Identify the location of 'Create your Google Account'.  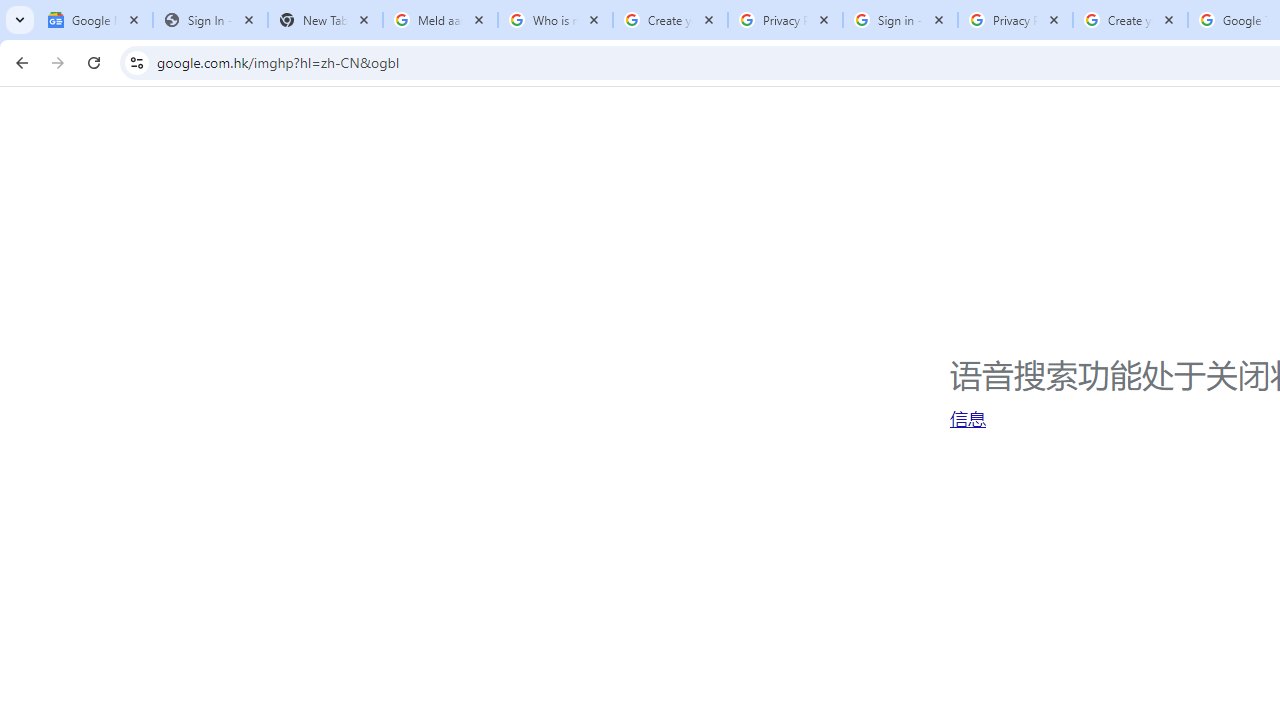
(1130, 20).